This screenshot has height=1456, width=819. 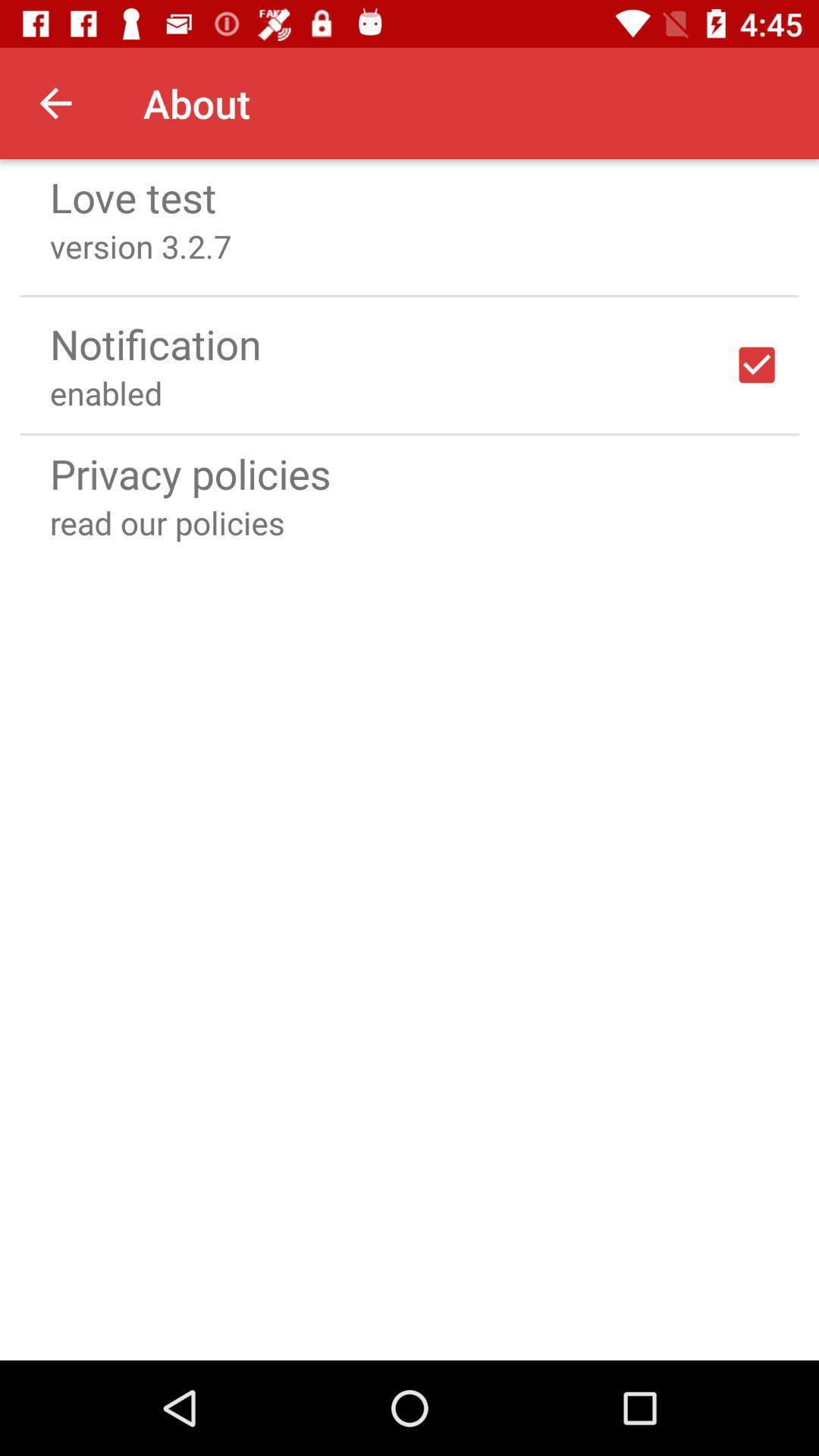 I want to click on the icon at the top right corner, so click(x=757, y=365).